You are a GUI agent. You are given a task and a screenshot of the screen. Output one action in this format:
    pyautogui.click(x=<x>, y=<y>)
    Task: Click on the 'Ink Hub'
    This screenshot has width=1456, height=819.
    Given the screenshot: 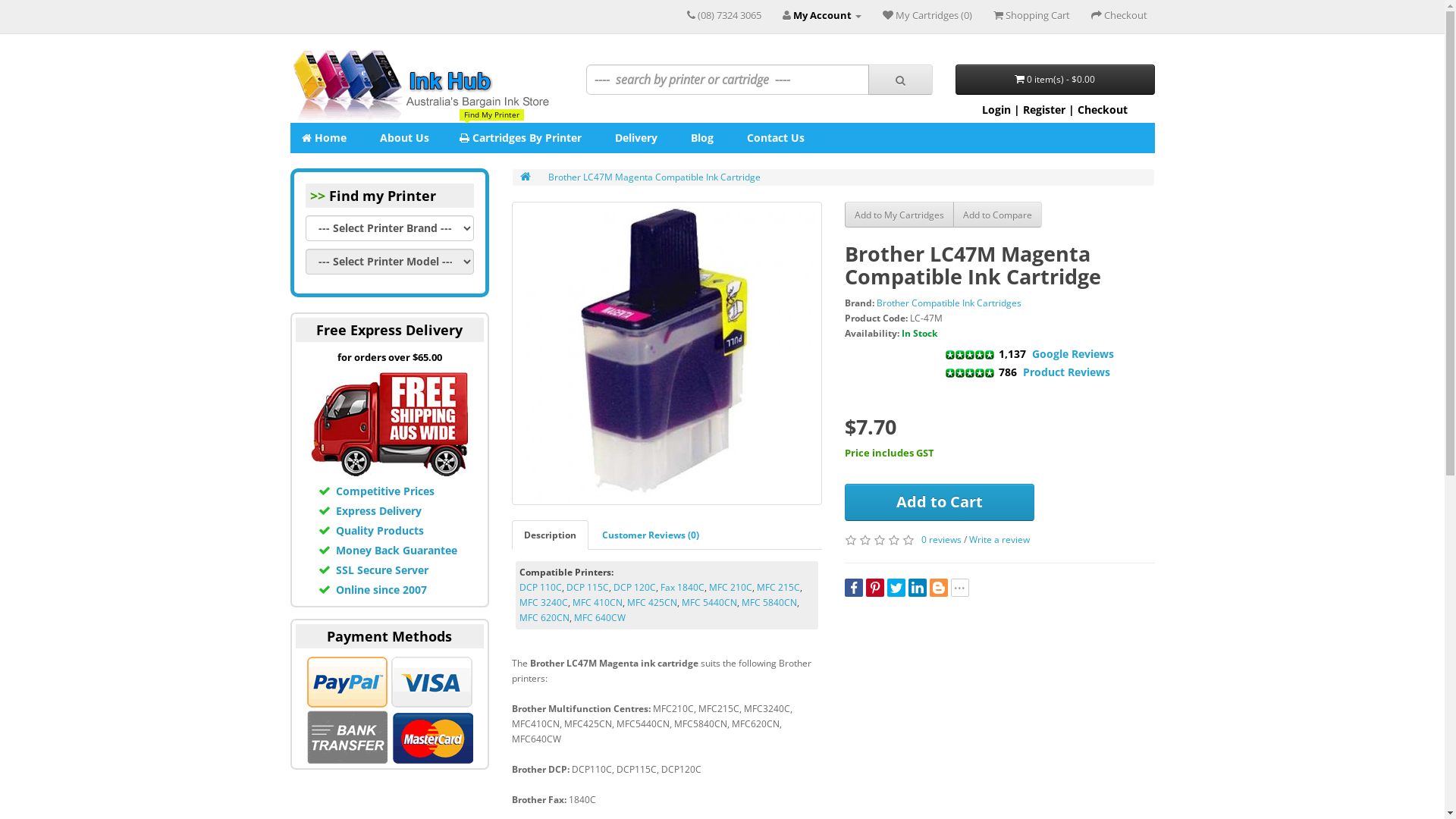 What is the action you would take?
    pyautogui.click(x=419, y=85)
    